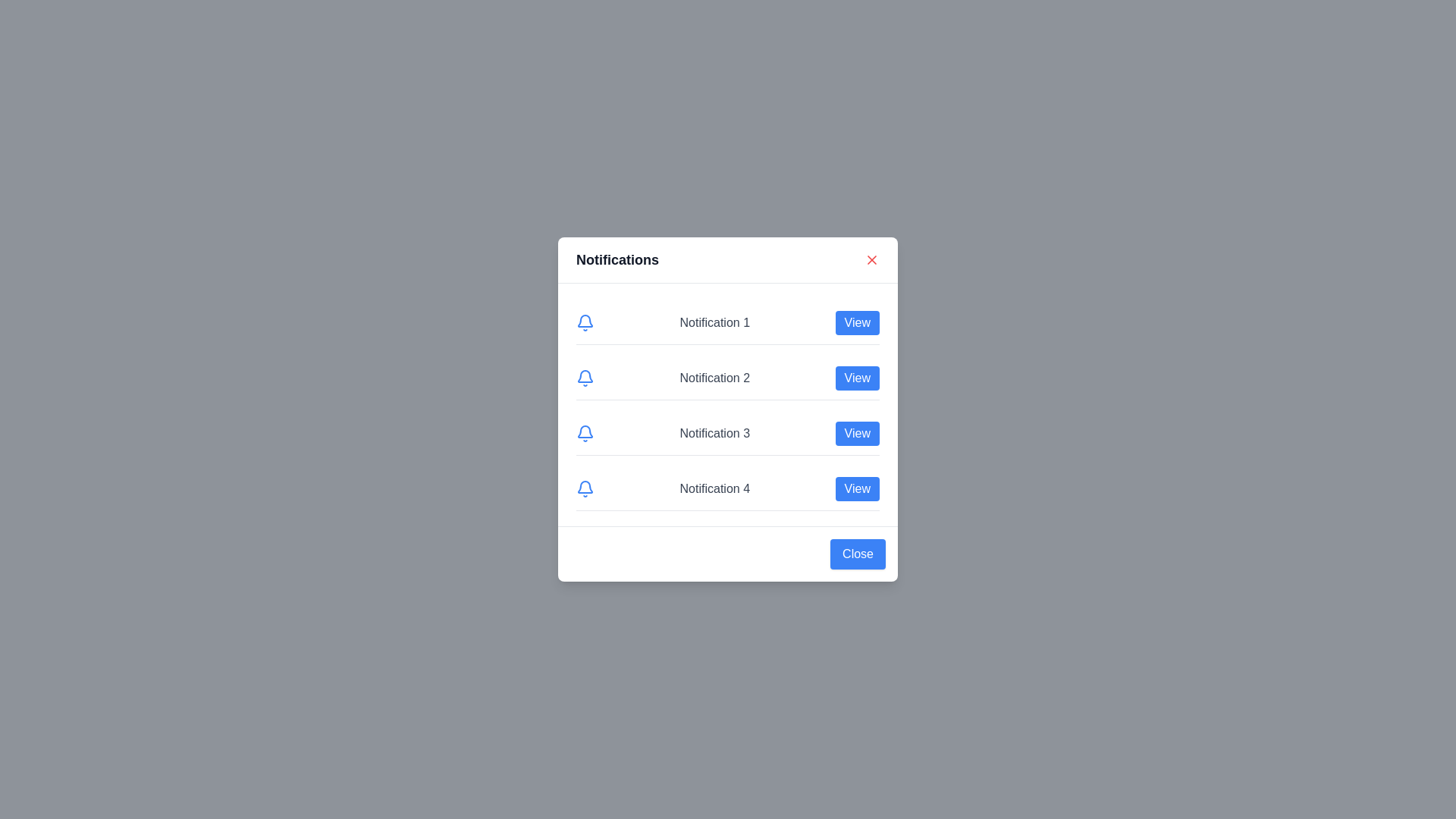 The width and height of the screenshot is (1456, 819). What do you see at coordinates (858, 554) in the screenshot?
I see `the 'Close' button at the bottom of the dialog` at bounding box center [858, 554].